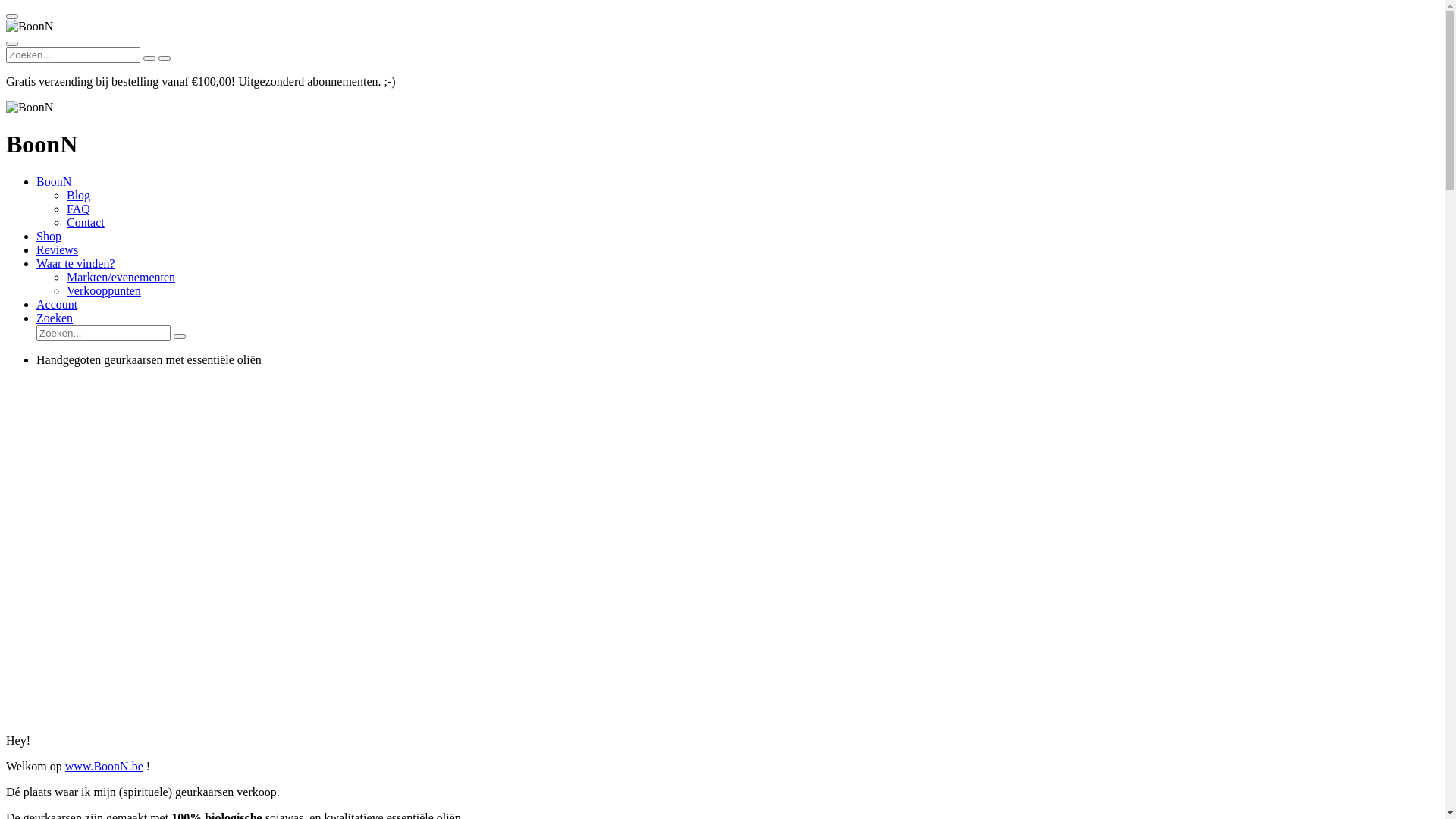 Image resolution: width=1456 pixels, height=819 pixels. I want to click on 'Waar te vinden?', so click(75, 262).